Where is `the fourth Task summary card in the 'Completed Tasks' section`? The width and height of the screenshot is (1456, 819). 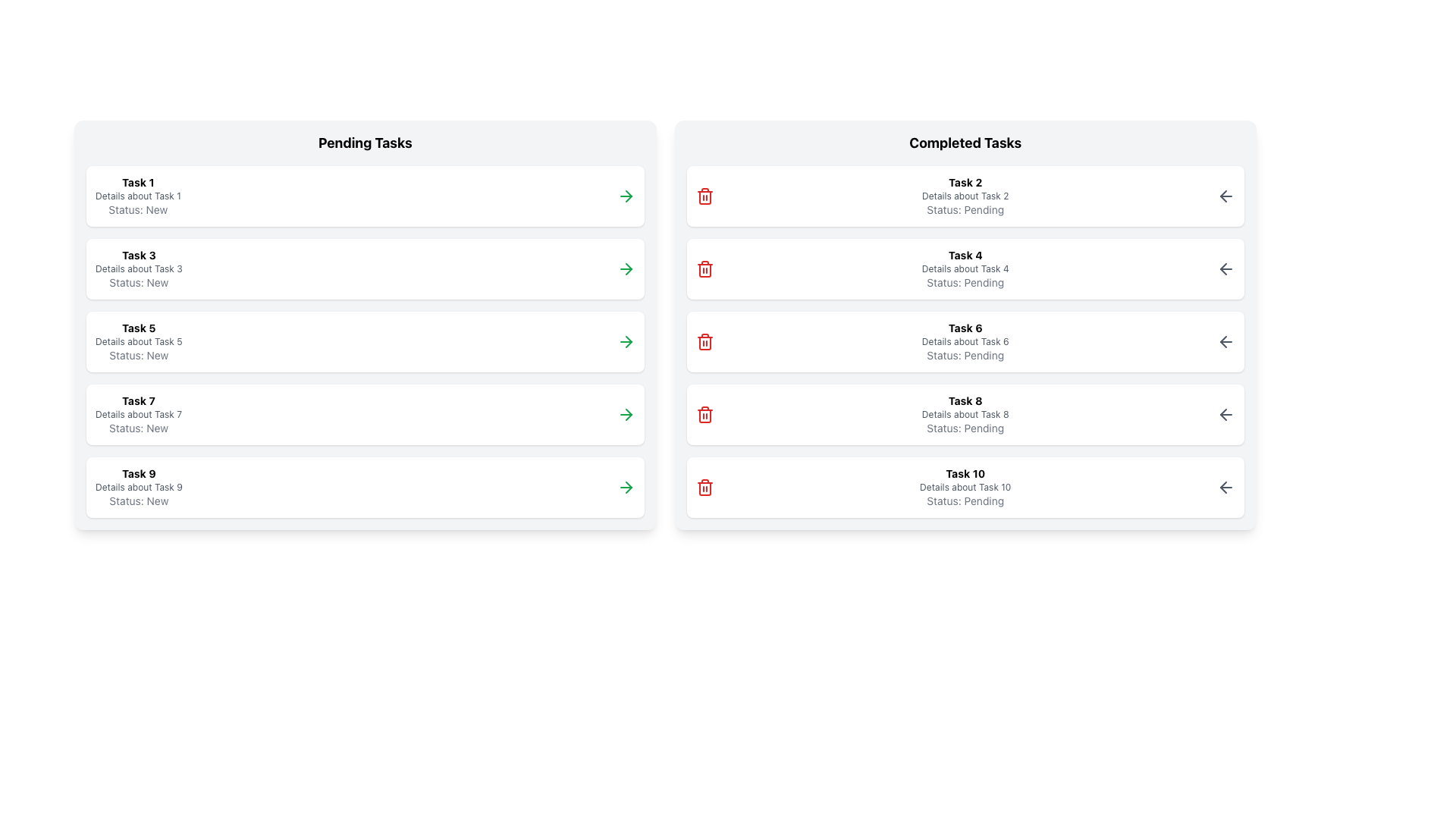
the fourth Task summary card in the 'Completed Tasks' section is located at coordinates (965, 415).